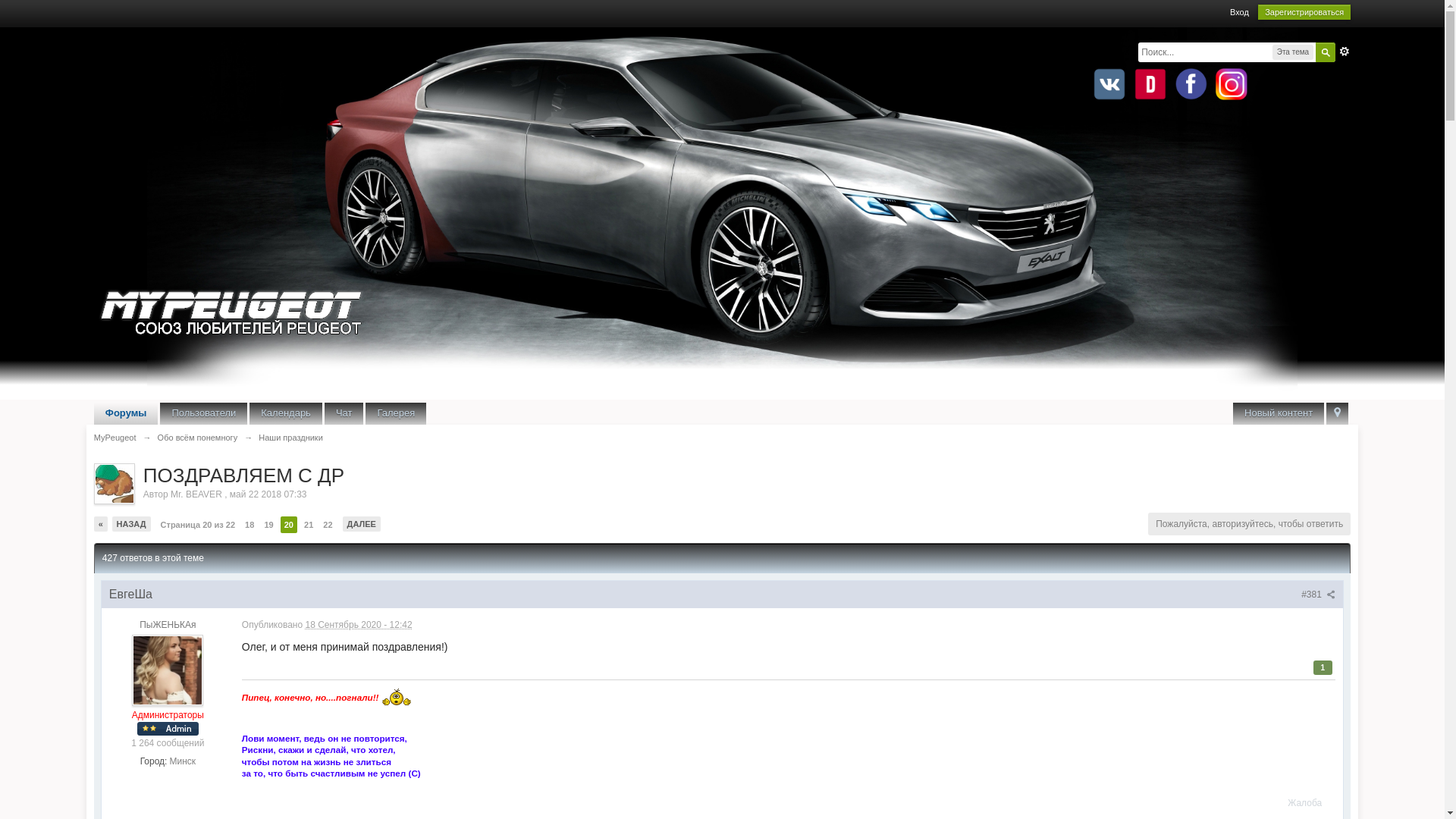 This screenshot has height=819, width=1456. I want to click on '19', so click(268, 523).